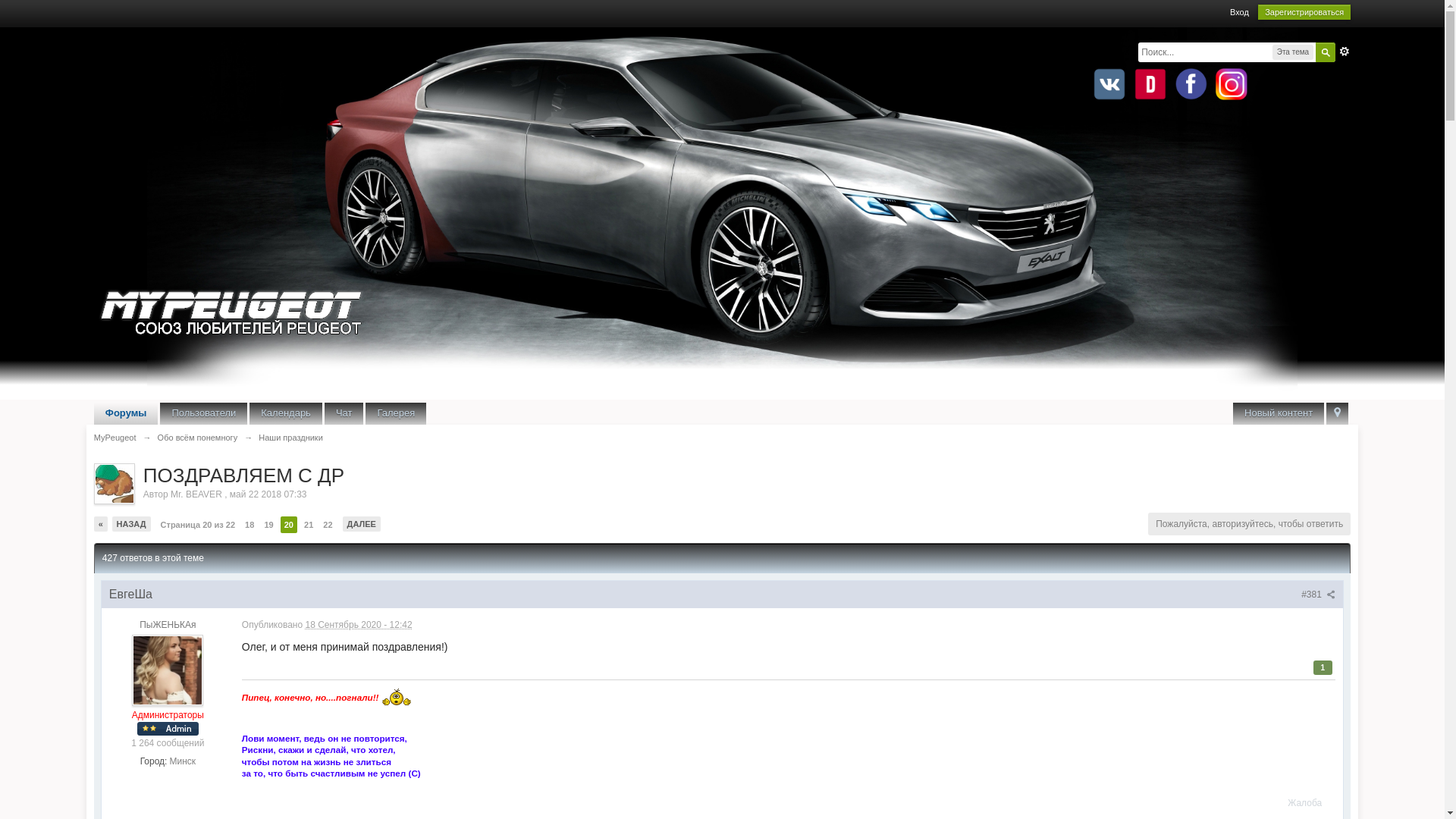 This screenshot has height=819, width=1456. I want to click on '19', so click(268, 523).